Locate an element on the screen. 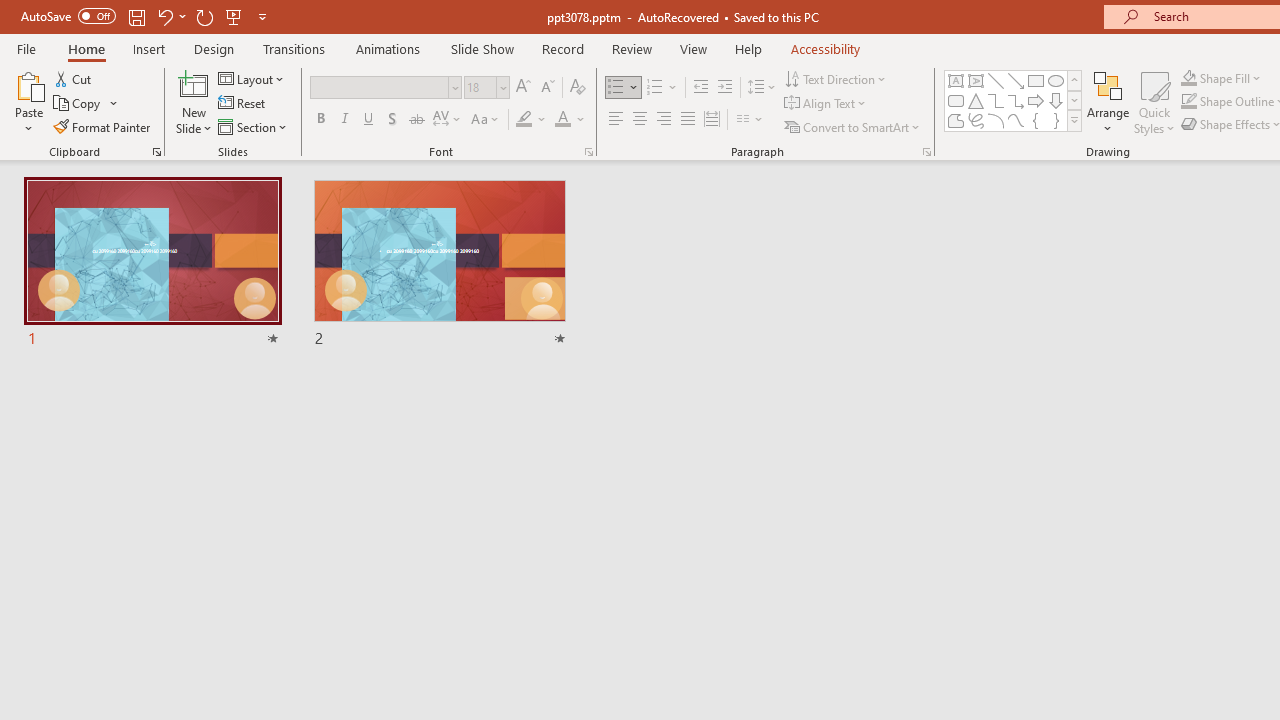 This screenshot has width=1280, height=720. 'Shape Outline Green, Accent 1' is located at coordinates (1189, 101).